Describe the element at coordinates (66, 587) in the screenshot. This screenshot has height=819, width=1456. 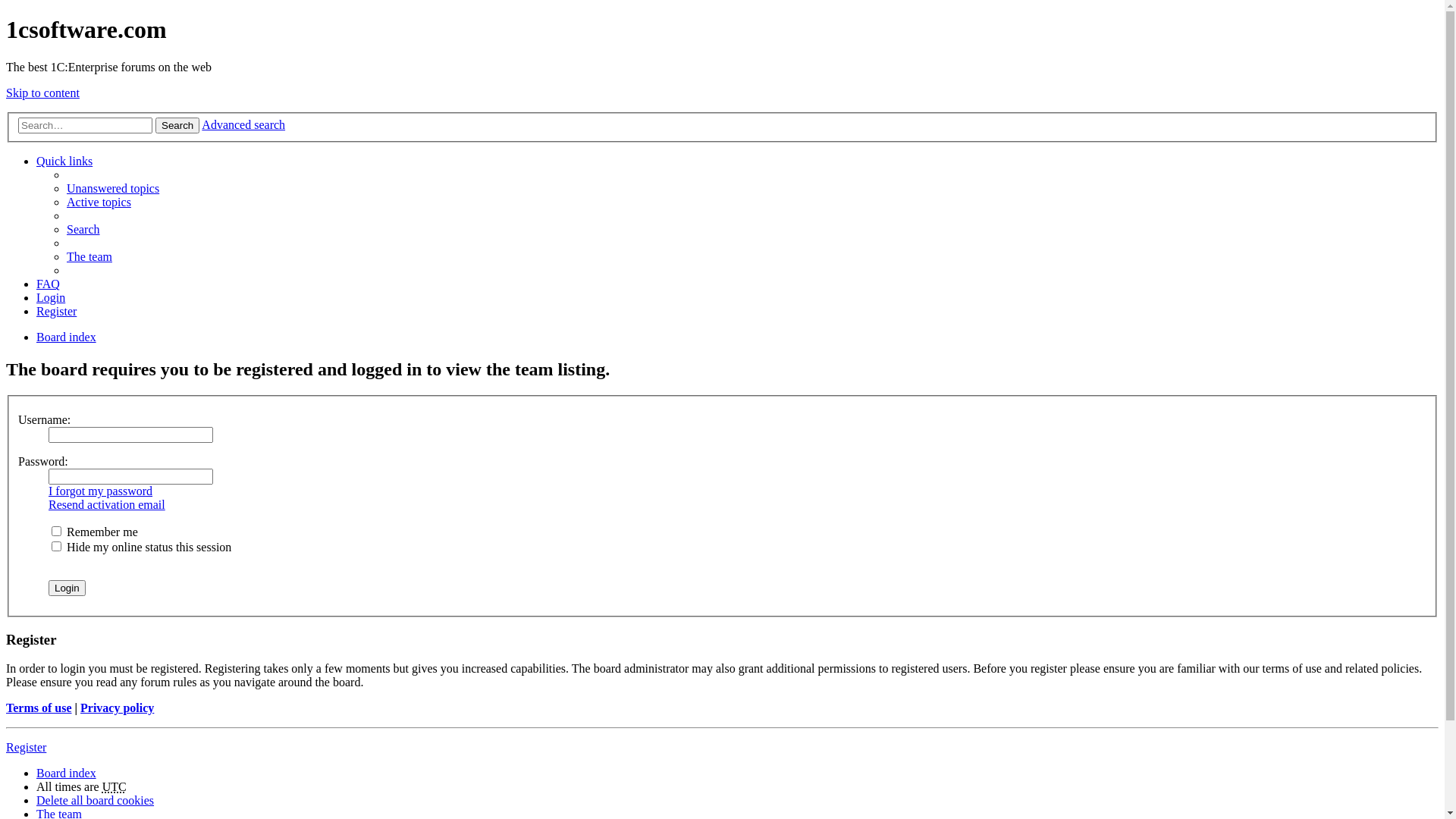
I see `'Login'` at that location.